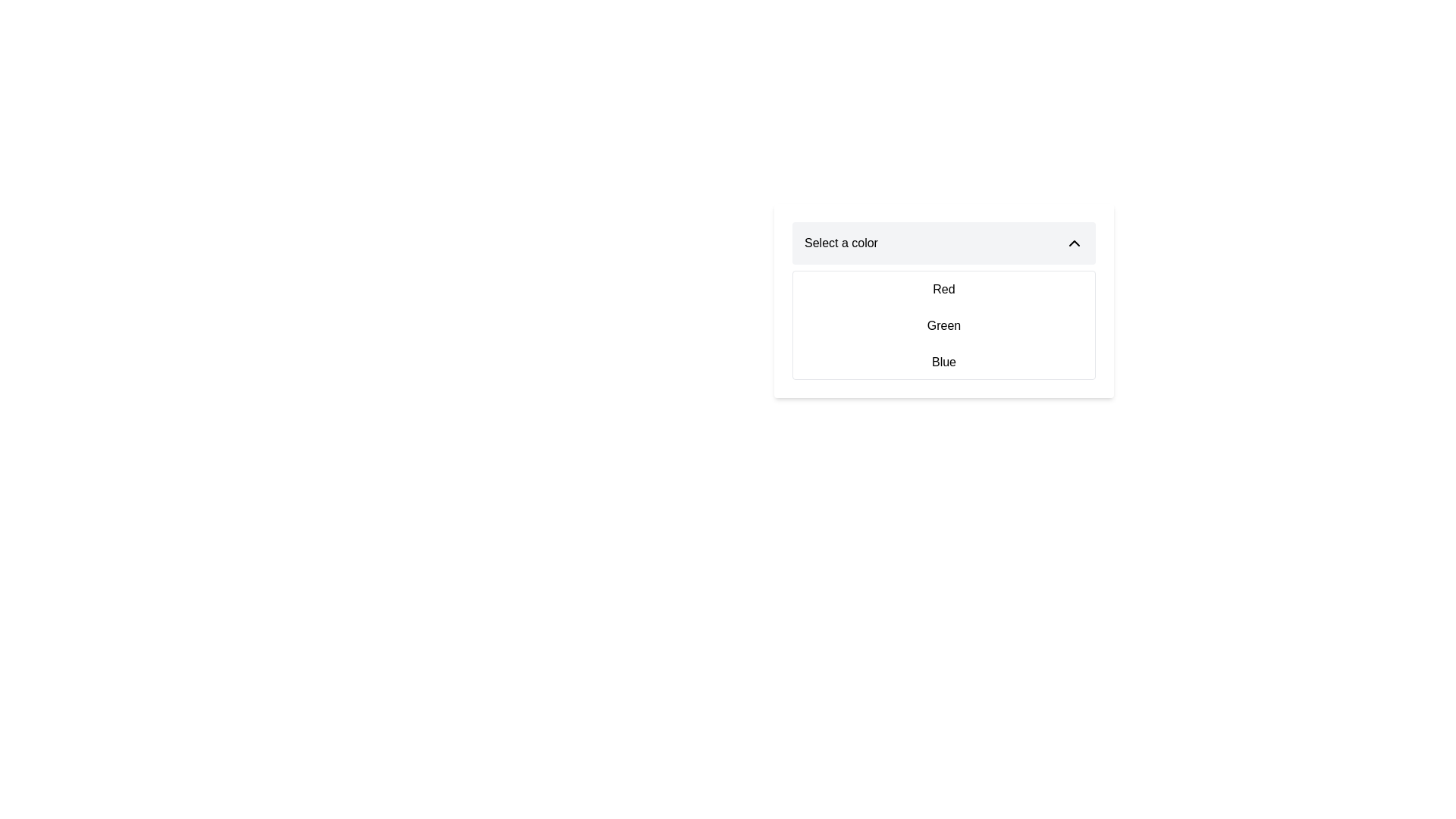 Image resolution: width=1456 pixels, height=819 pixels. Describe the element at coordinates (840, 242) in the screenshot. I see `the text label that reads 'Select a color', which is styled in medium gray and located on the left side of a light gray bar with rounded corners` at that location.